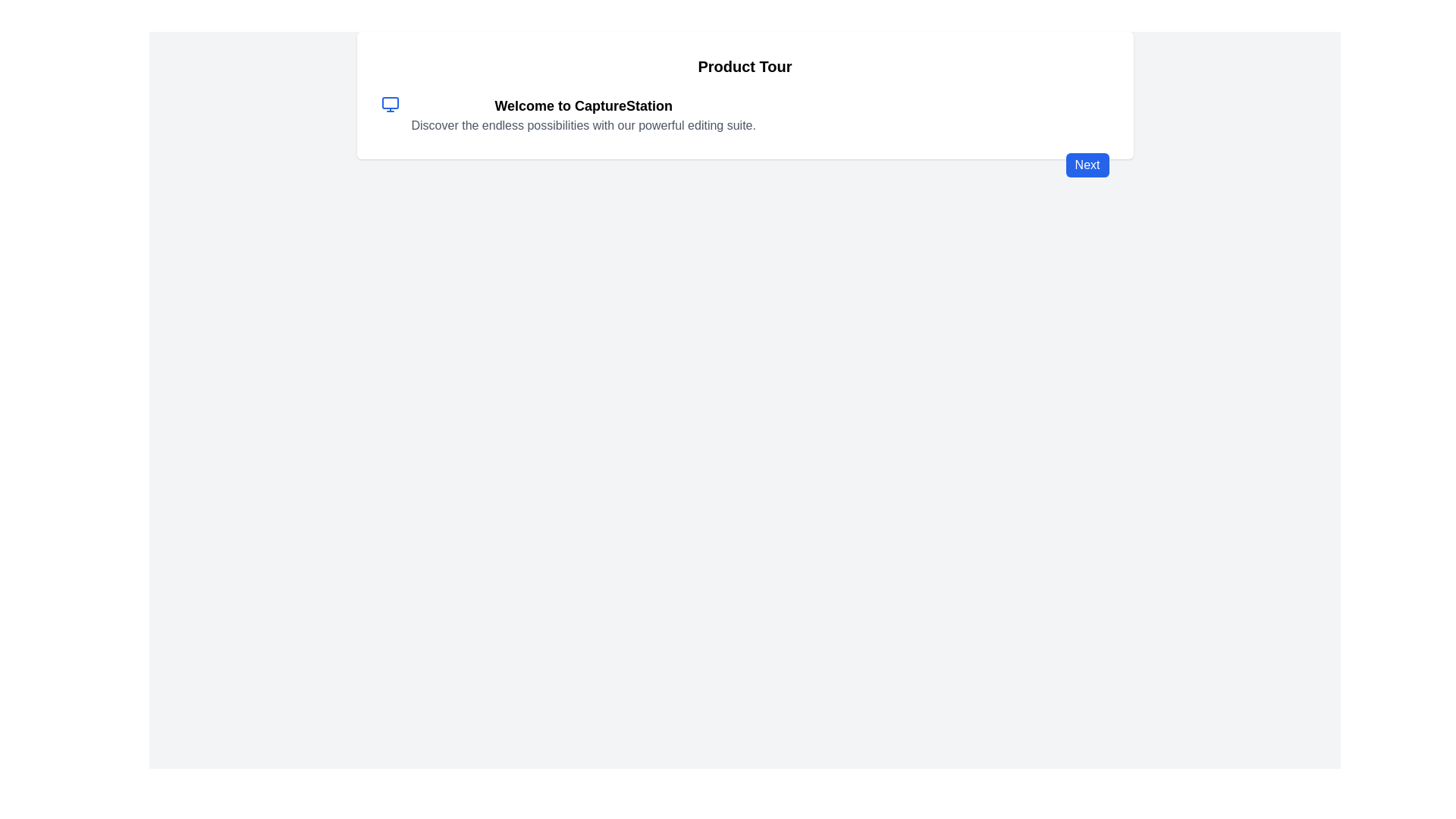 Image resolution: width=1456 pixels, height=819 pixels. I want to click on centered text block that displays 'Product Tour', which is styled in bold, large font at the top of the white card layout, so click(745, 66).